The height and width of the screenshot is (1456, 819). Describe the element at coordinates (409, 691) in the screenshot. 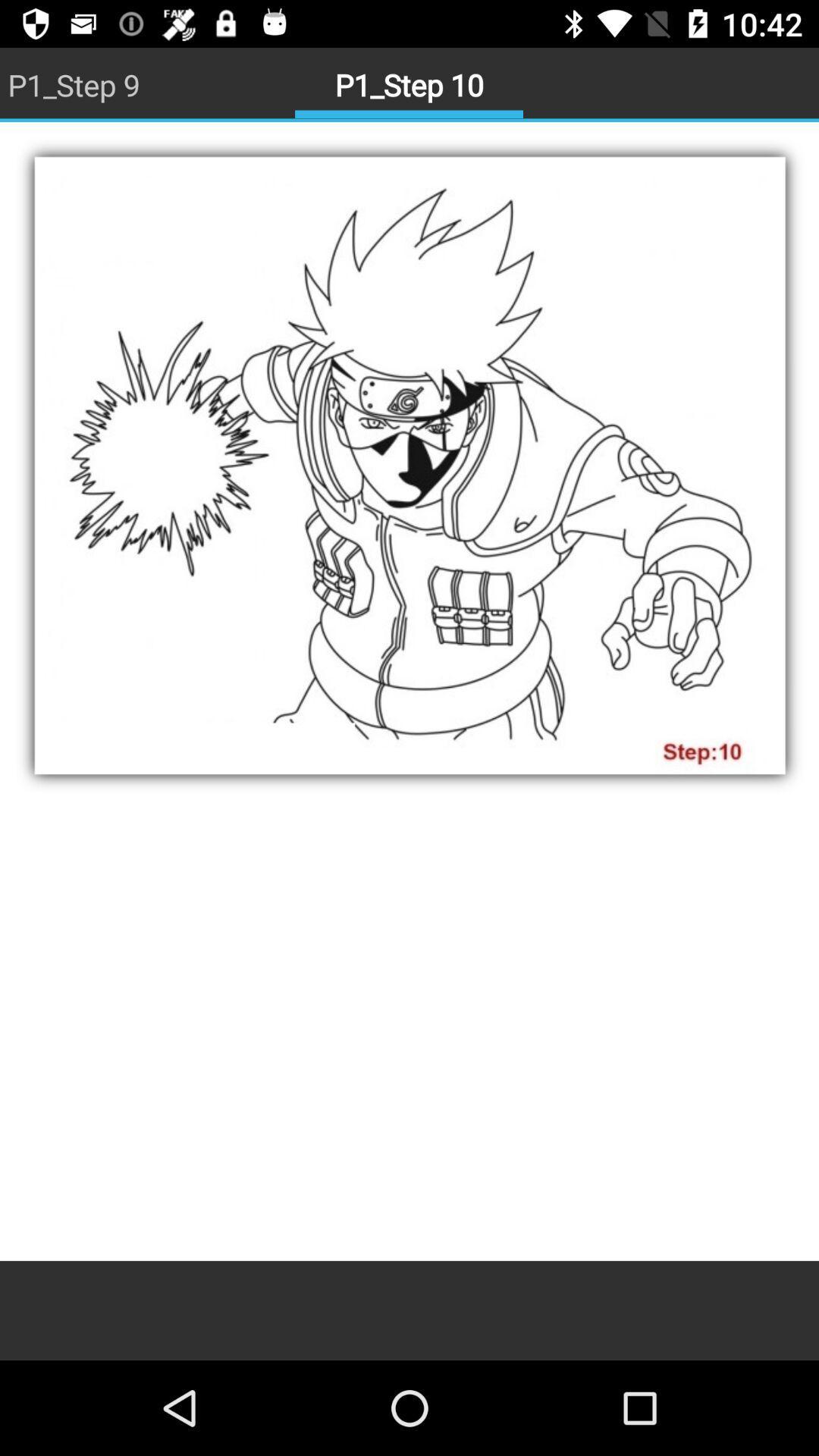

I see `screen` at that location.